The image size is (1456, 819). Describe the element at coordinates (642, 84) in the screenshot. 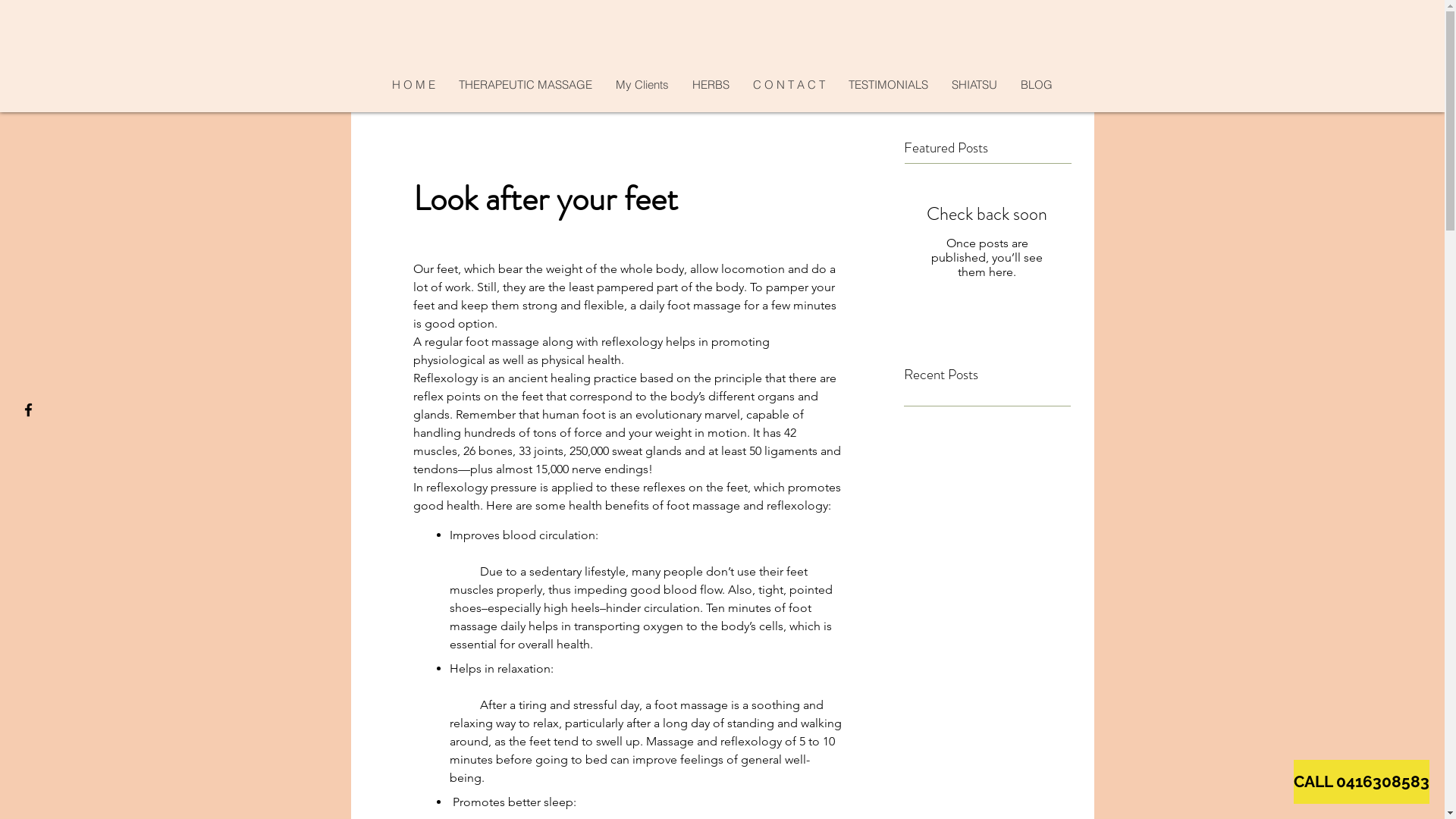

I see `'My Clients'` at that location.